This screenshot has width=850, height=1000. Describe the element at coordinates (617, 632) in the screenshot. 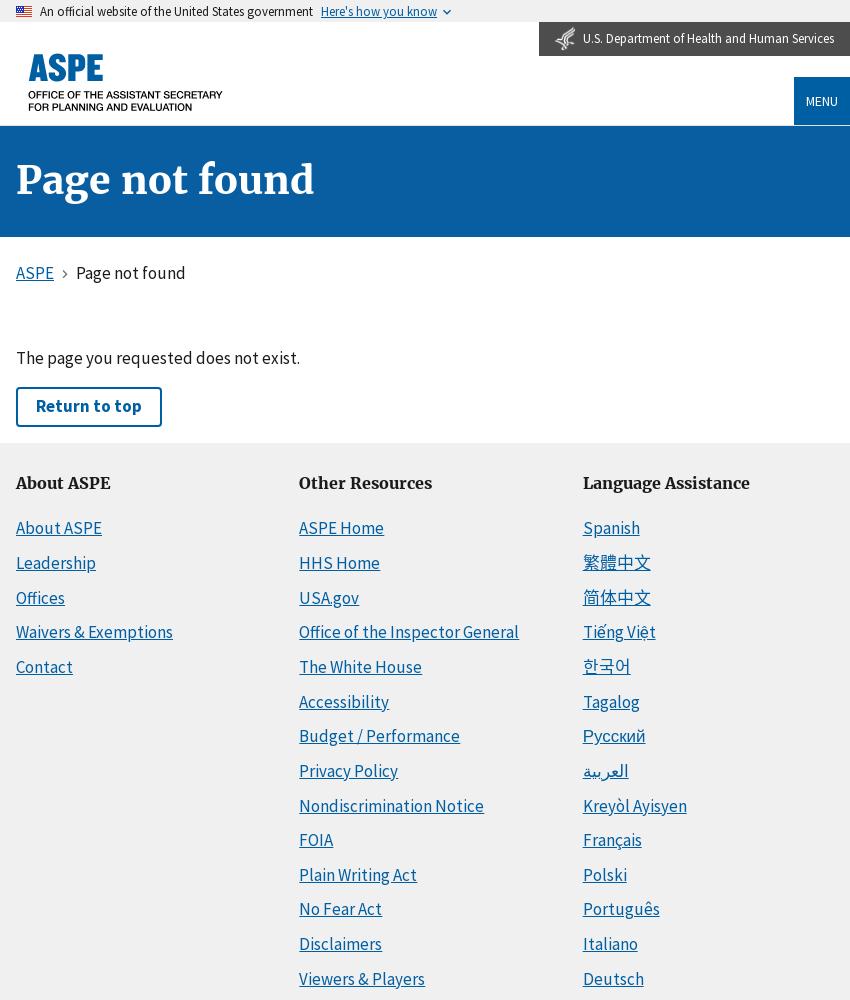

I see `'Tiếng Việt'` at that location.